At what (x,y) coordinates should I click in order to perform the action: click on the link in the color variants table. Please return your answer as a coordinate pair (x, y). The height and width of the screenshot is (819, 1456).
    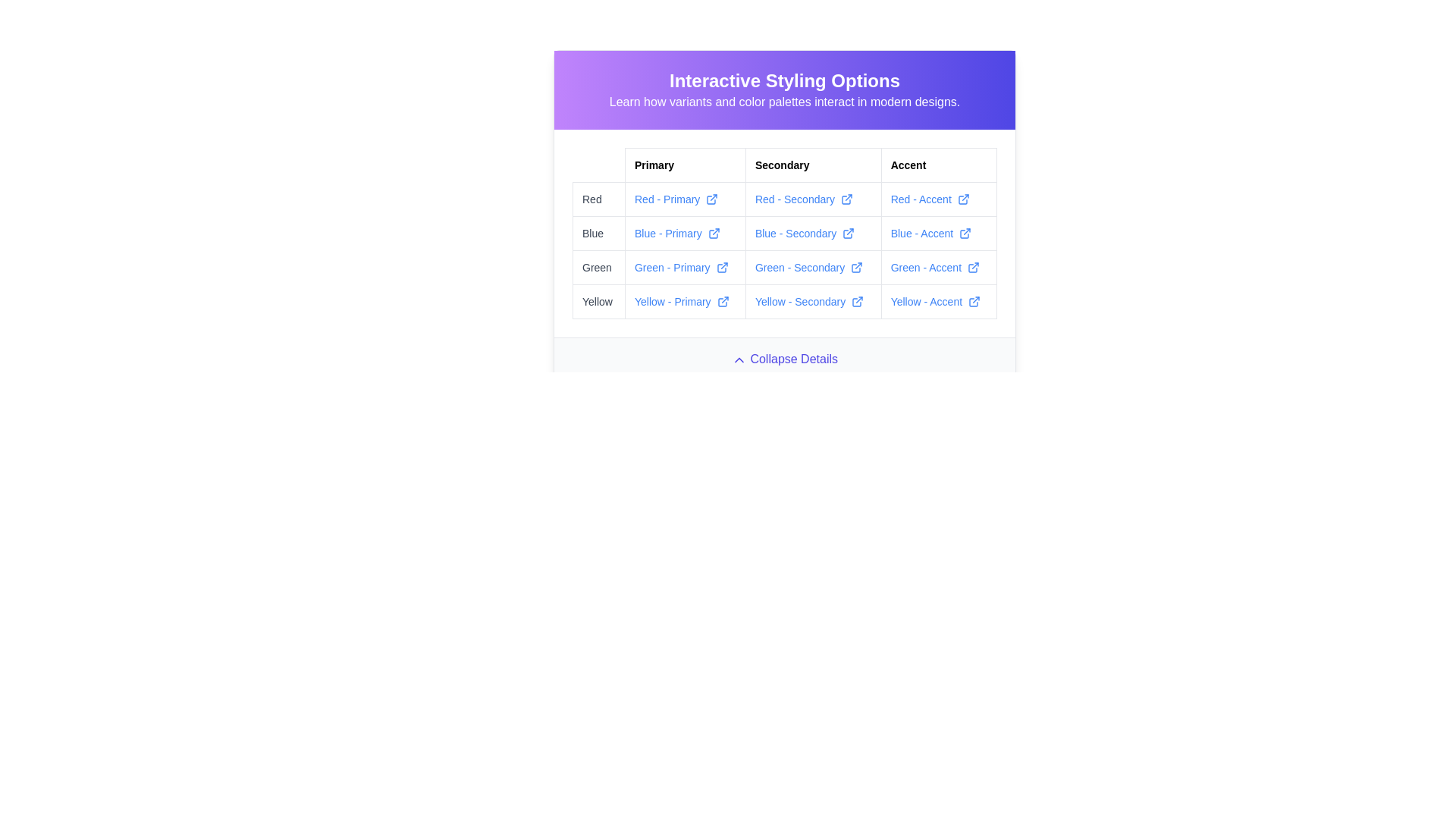
    Looking at the image, I should click on (785, 234).